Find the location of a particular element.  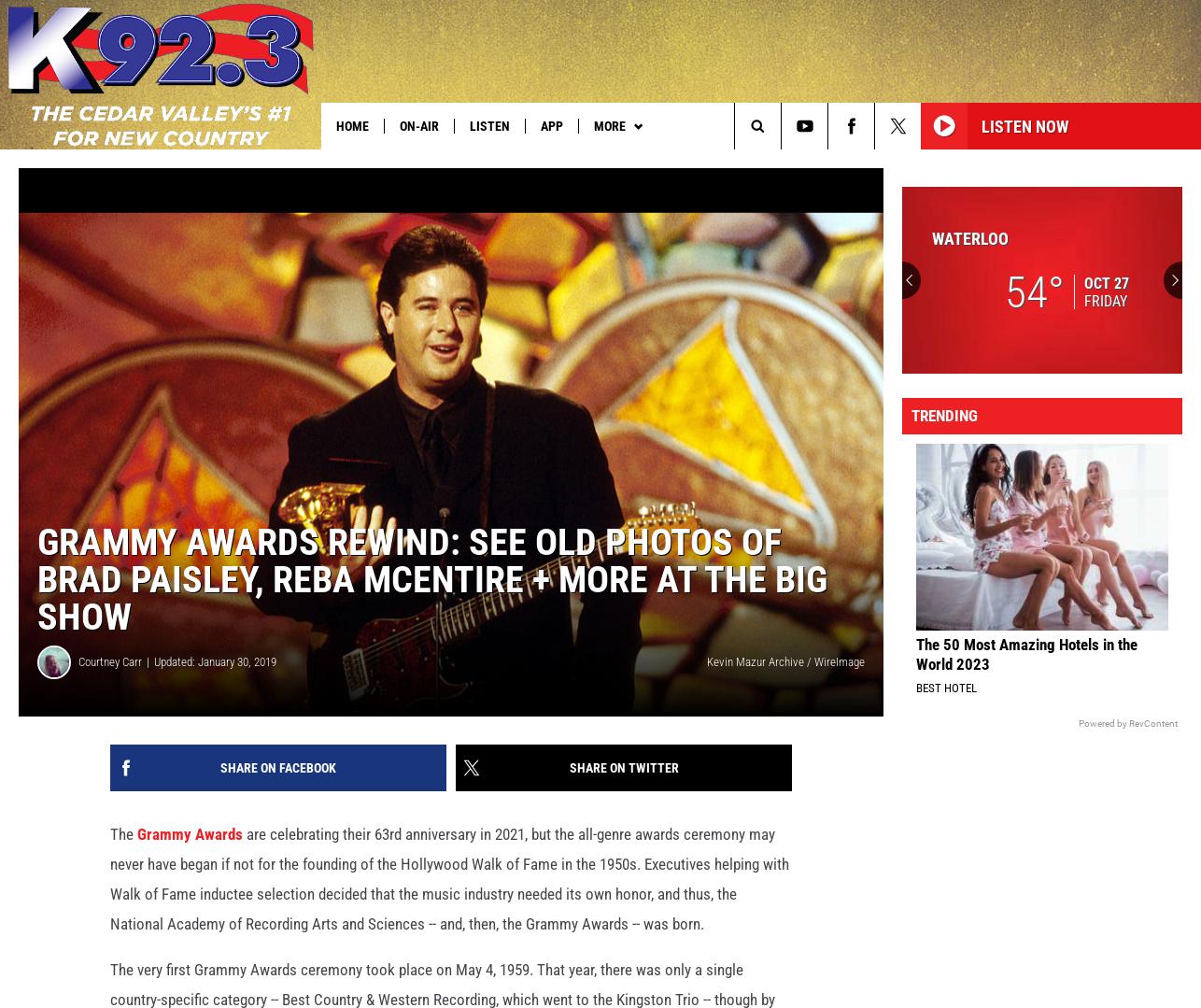

'Courtney Carr' is located at coordinates (110, 690).